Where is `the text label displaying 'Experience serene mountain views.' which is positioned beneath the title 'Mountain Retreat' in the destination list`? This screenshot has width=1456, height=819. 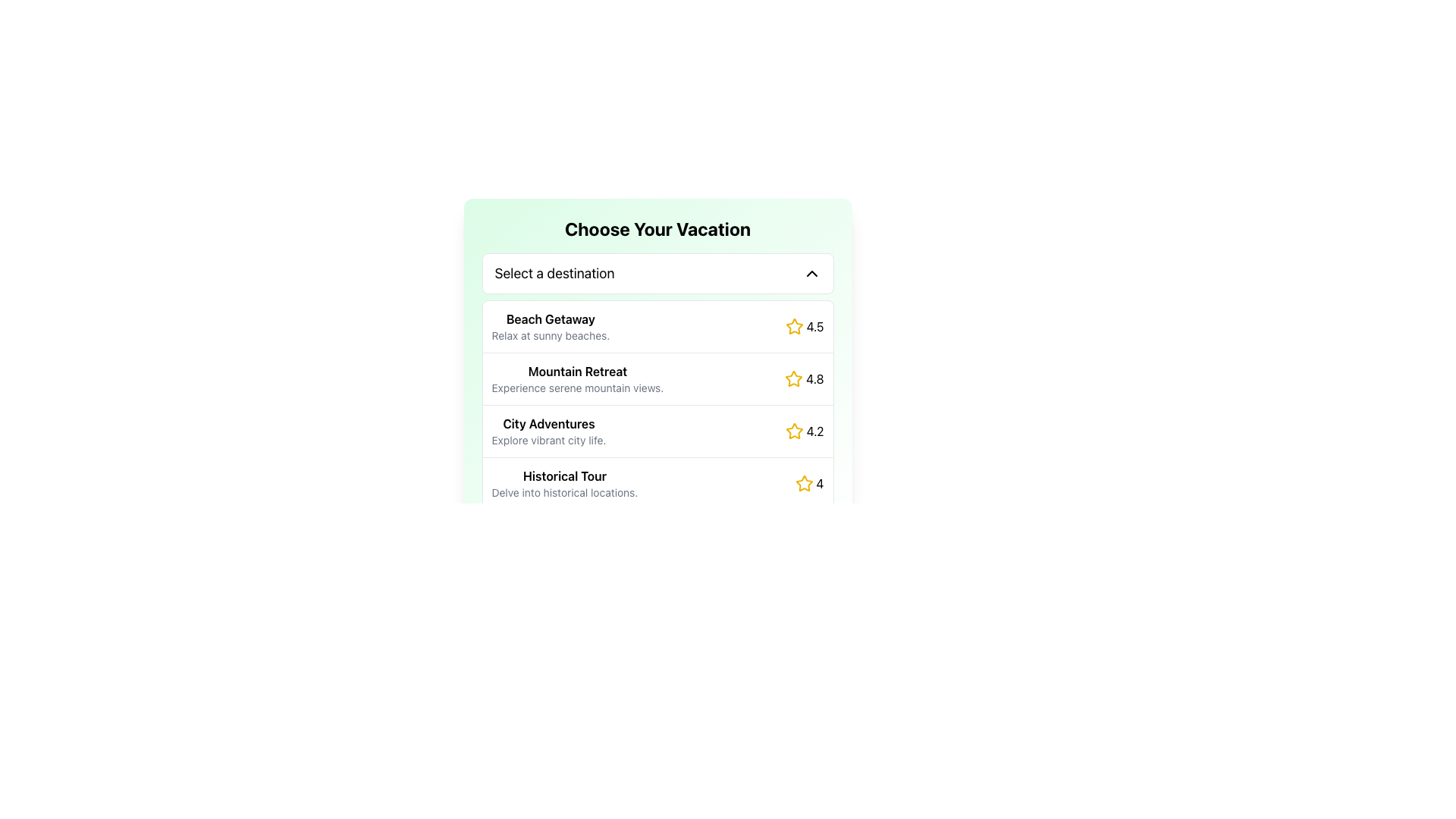 the text label displaying 'Experience serene mountain views.' which is positioned beneath the title 'Mountain Retreat' in the destination list is located at coordinates (576, 388).